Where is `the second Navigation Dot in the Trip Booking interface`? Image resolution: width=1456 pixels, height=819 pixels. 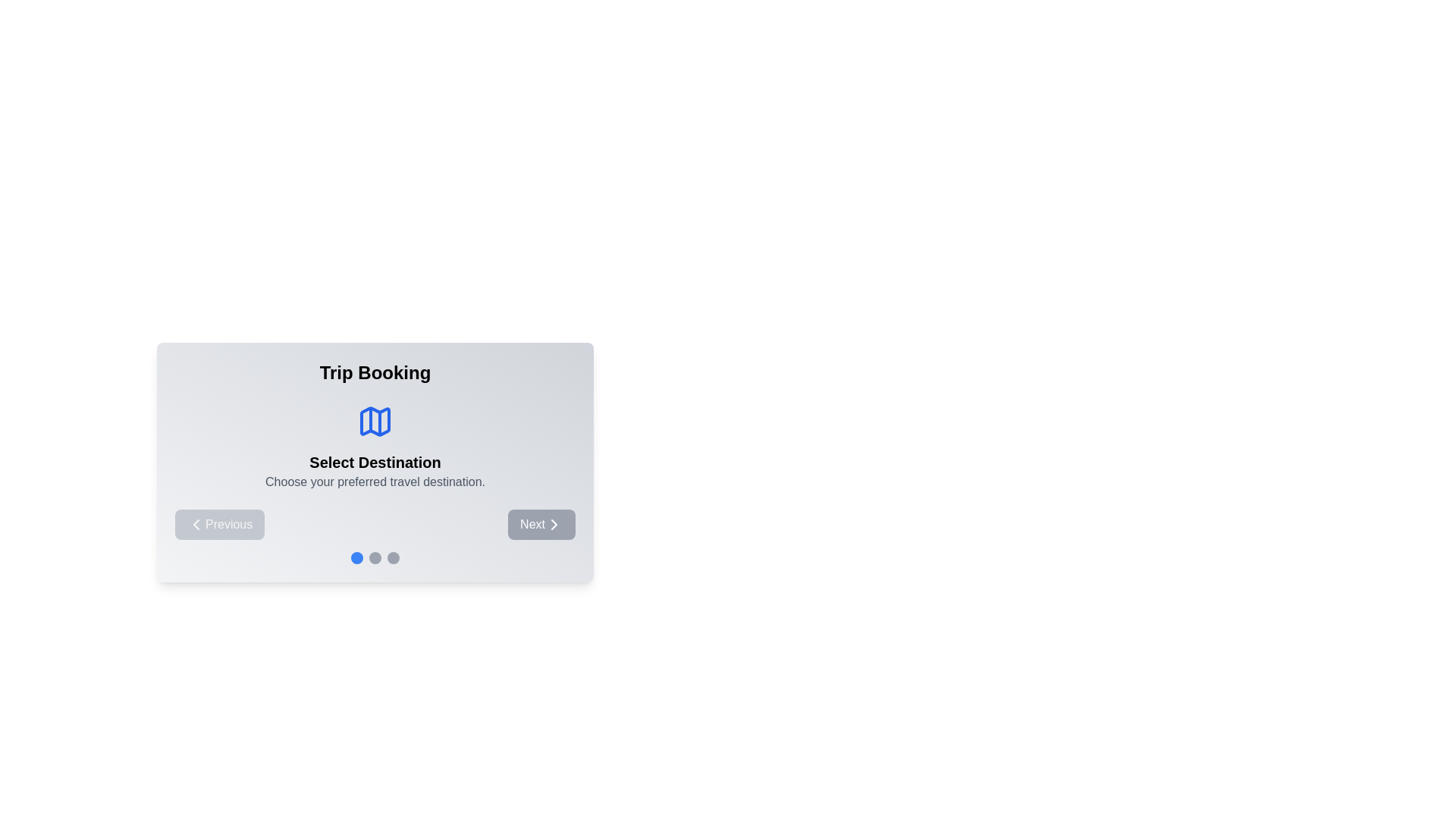 the second Navigation Dot in the Trip Booking interface is located at coordinates (375, 558).